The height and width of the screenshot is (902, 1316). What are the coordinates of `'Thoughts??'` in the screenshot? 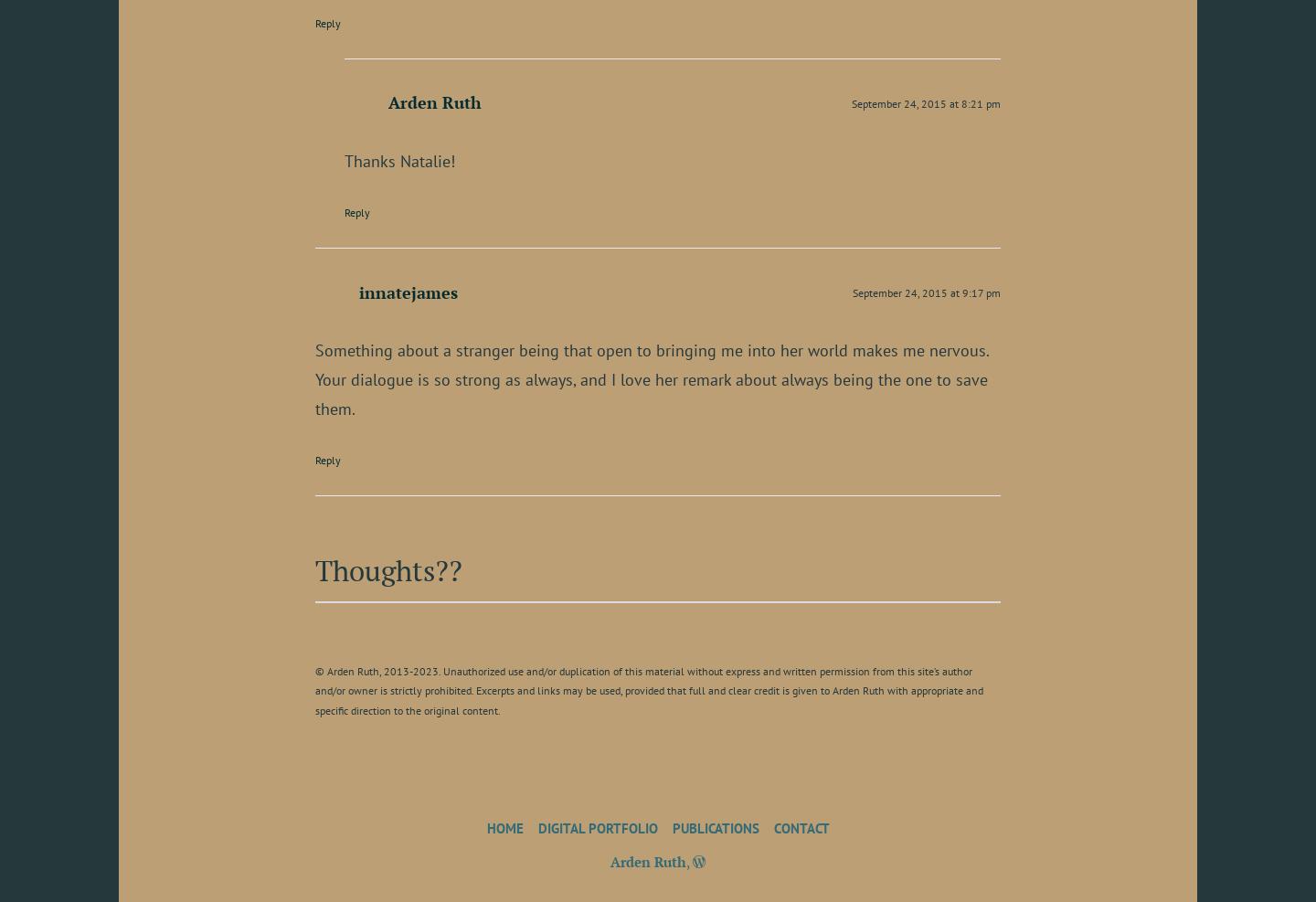 It's located at (315, 568).